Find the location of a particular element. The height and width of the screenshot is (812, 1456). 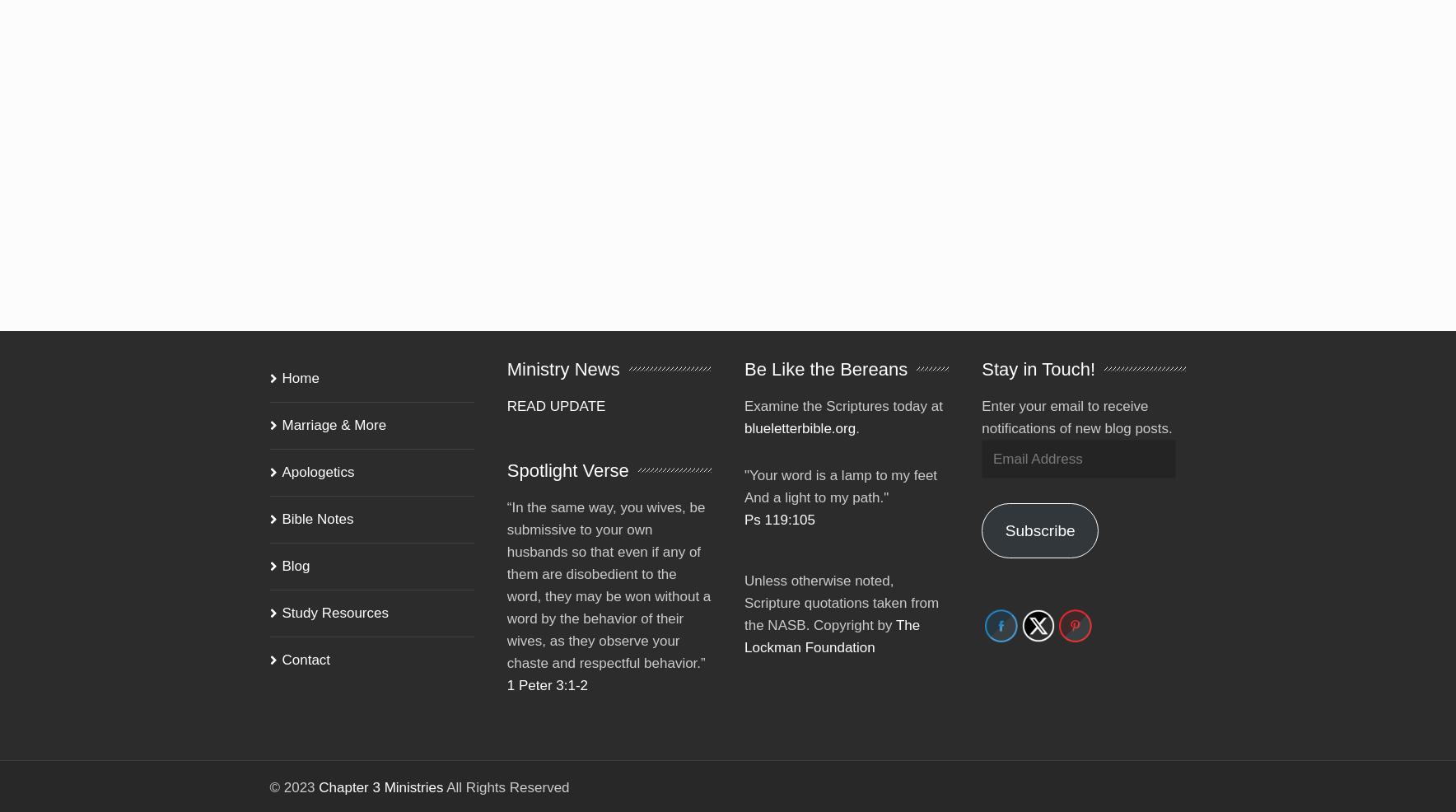

'"Your word is a lamp to my feet' is located at coordinates (840, 451).